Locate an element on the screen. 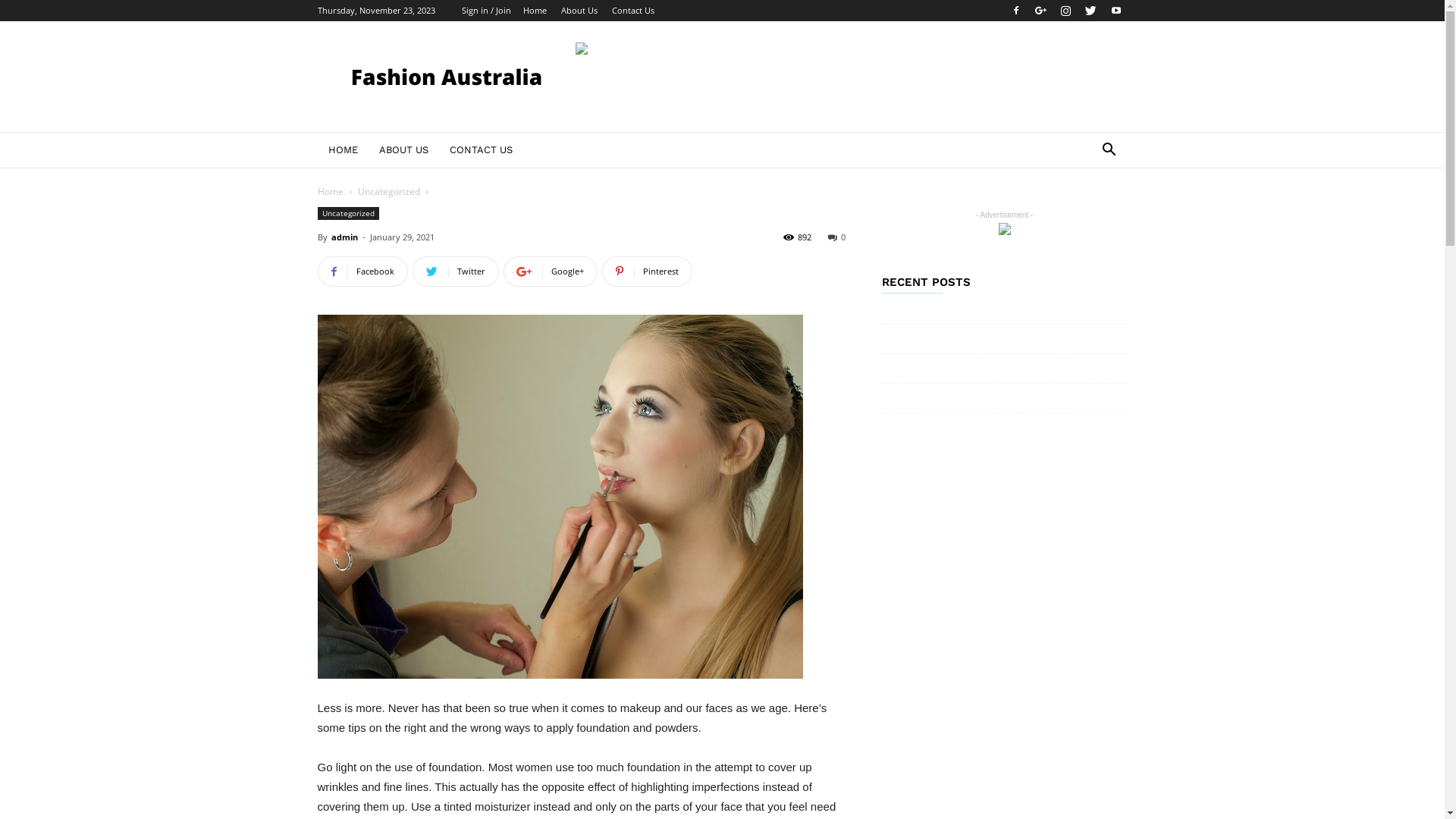 The height and width of the screenshot is (819, 1456). 'Pinterest' is located at coordinates (647, 271).